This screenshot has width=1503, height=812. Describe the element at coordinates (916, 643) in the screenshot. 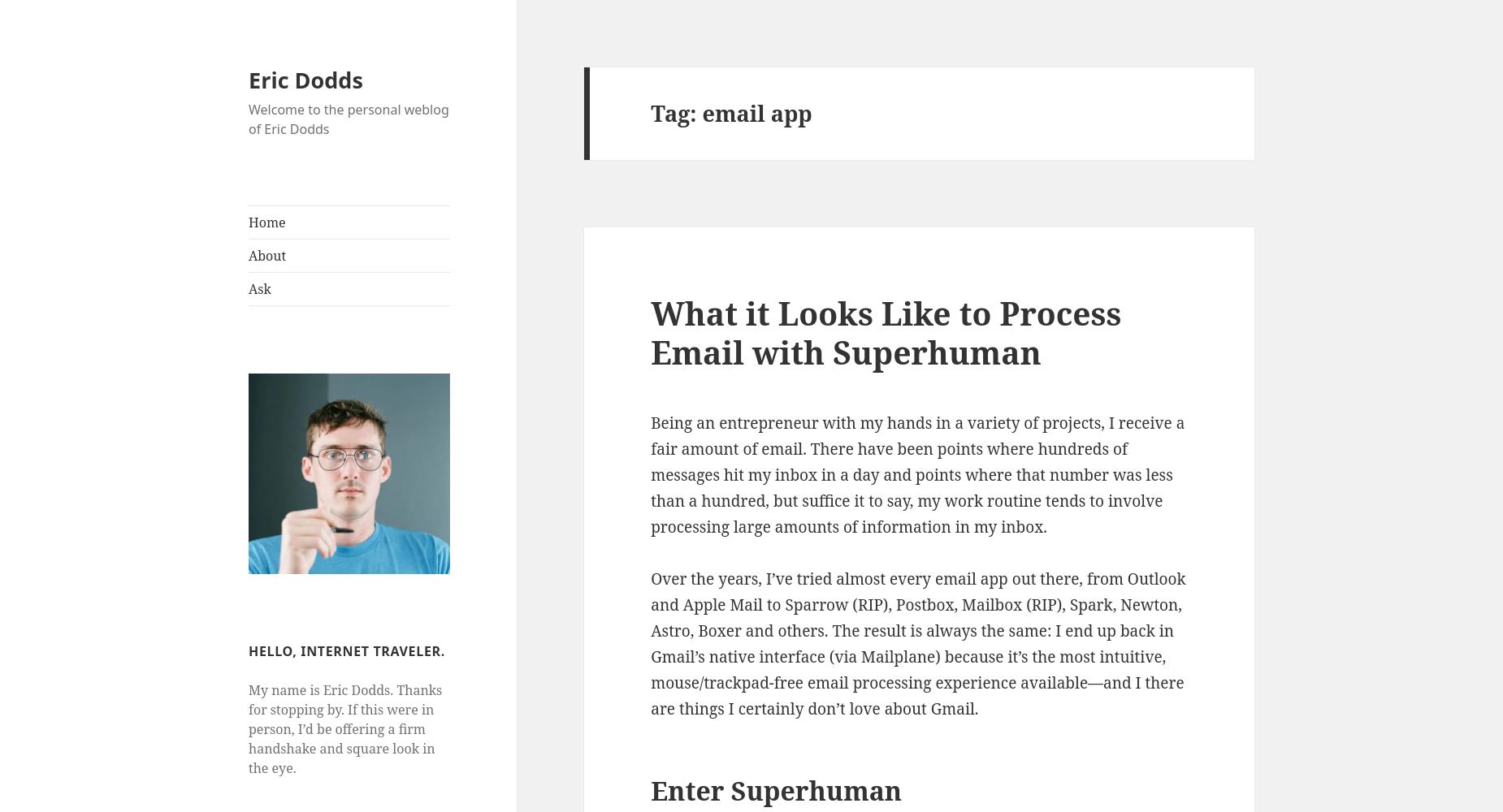

I see `'Over the years, I’ve tried almost every email app out there, from Outlook and Apple Mail to Sparrow (RIP), Postbox, Mailbox (RIP), Spark, Newton, Astro, Boxer and others. The result is always the same: I end up back in Gmail’s native interface (via Mailplane) because it’s the most intuitive, mouse/trackpad-free email processing experience available—and I there are things I certainly don’t love about Gmail.'` at that location.